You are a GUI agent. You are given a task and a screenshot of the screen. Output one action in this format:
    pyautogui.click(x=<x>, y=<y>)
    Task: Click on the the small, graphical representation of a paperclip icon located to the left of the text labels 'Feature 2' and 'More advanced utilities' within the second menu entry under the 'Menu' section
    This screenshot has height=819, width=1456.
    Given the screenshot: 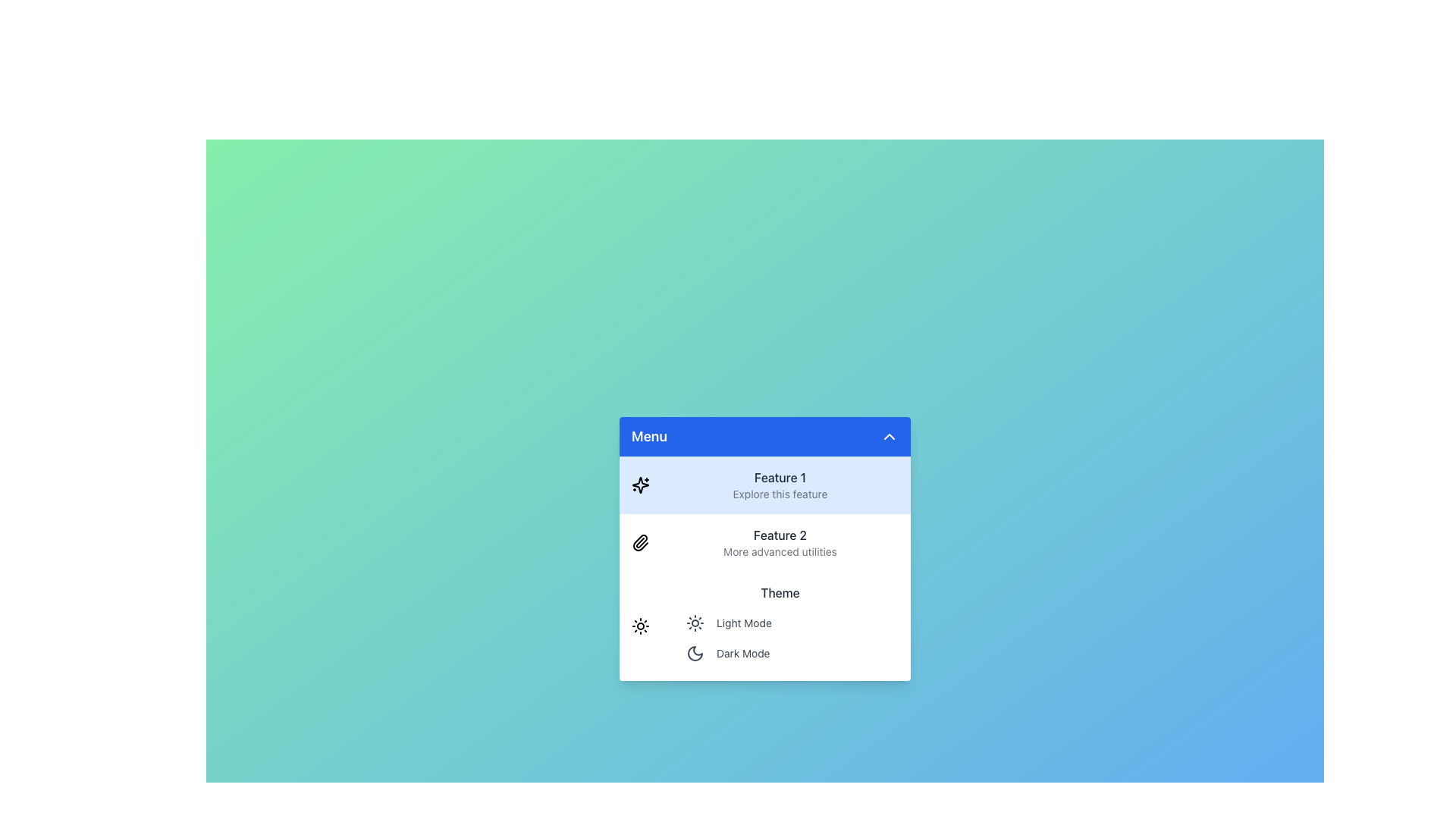 What is the action you would take?
    pyautogui.click(x=640, y=542)
    